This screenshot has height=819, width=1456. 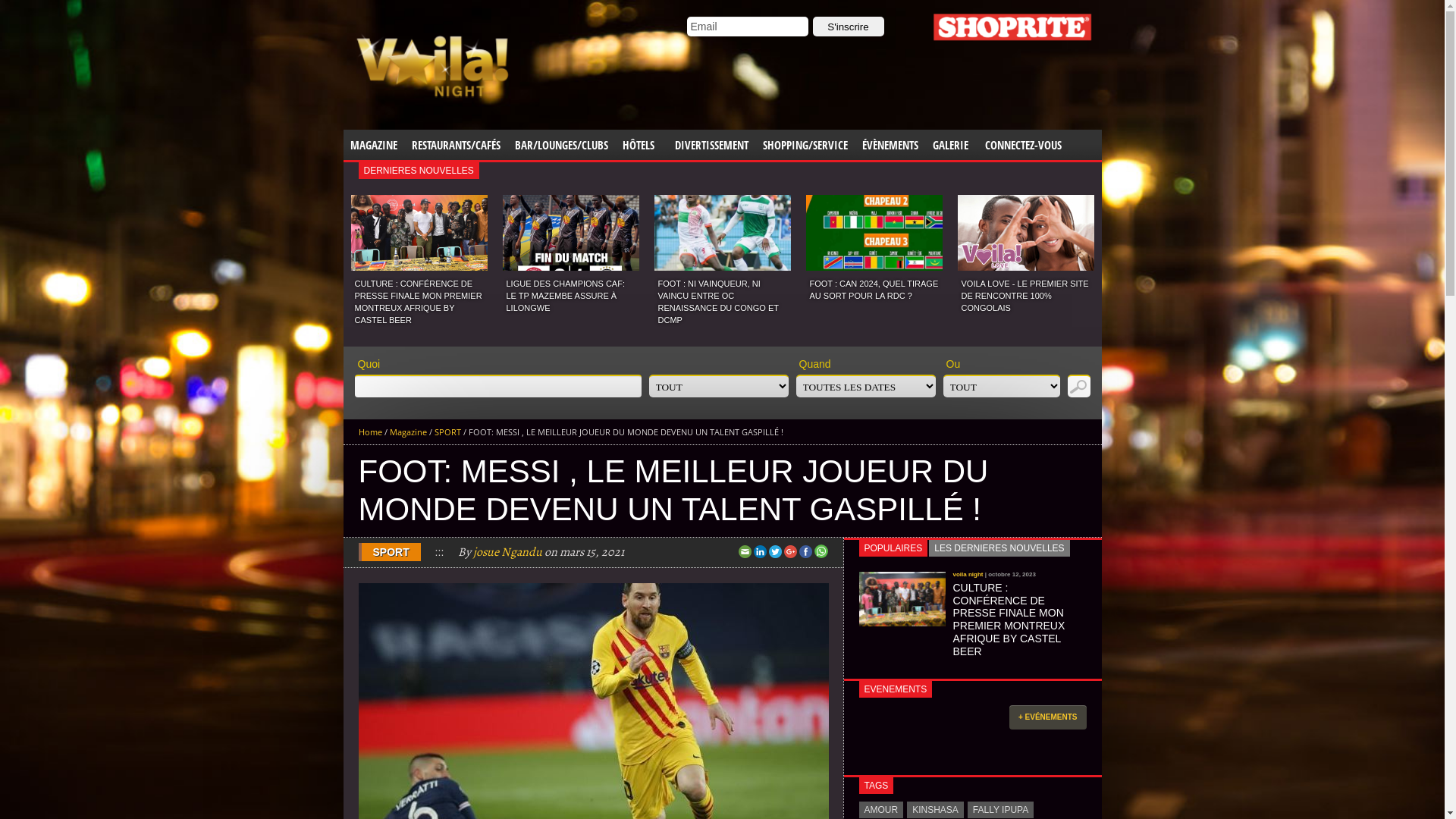 What do you see at coordinates (1023, 144) in the screenshot?
I see `'CONNECTEZ-VOUS'` at bounding box center [1023, 144].